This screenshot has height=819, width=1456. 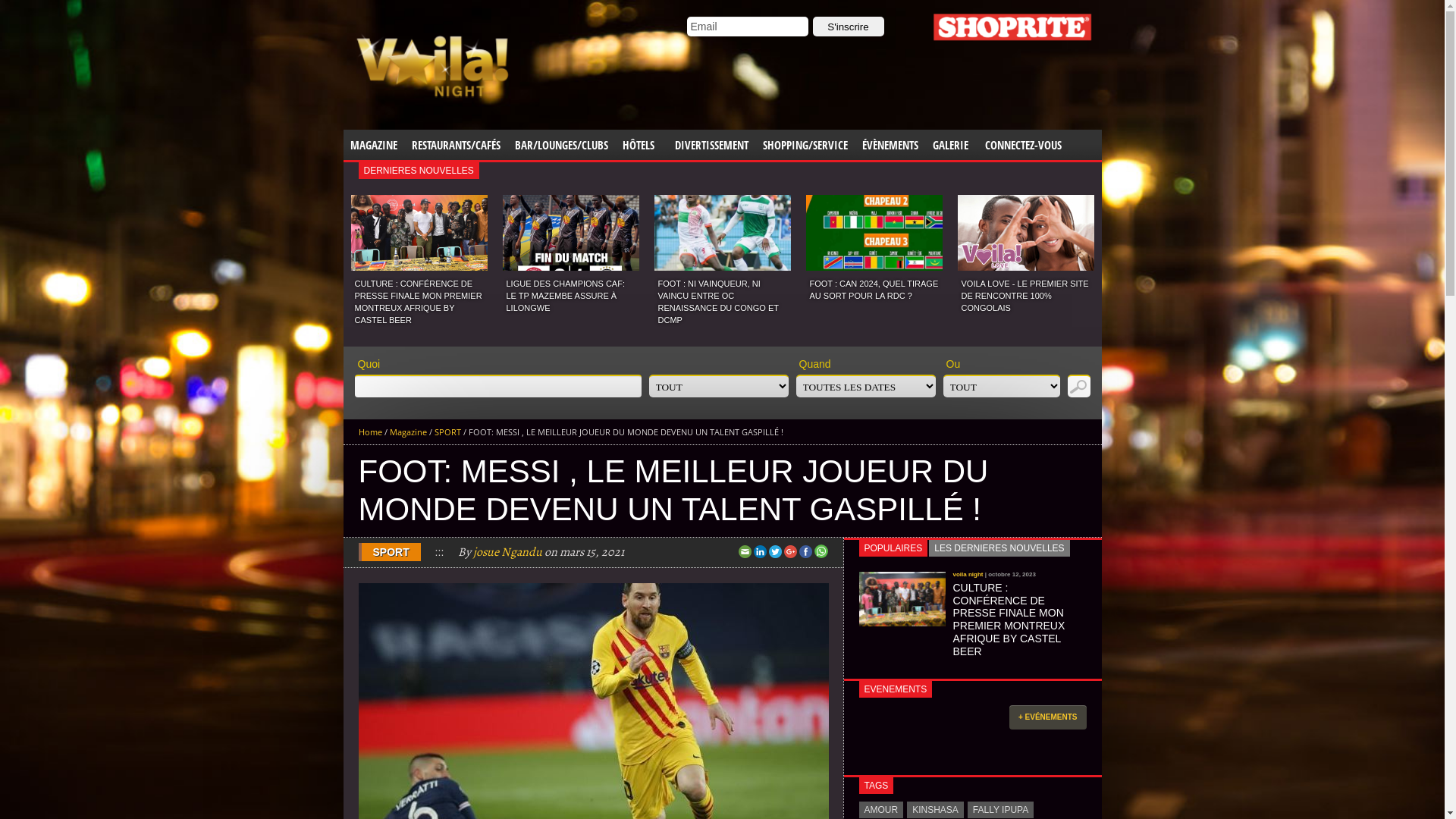 What do you see at coordinates (1023, 144) in the screenshot?
I see `'CONNECTEZ-VOUS'` at bounding box center [1023, 144].